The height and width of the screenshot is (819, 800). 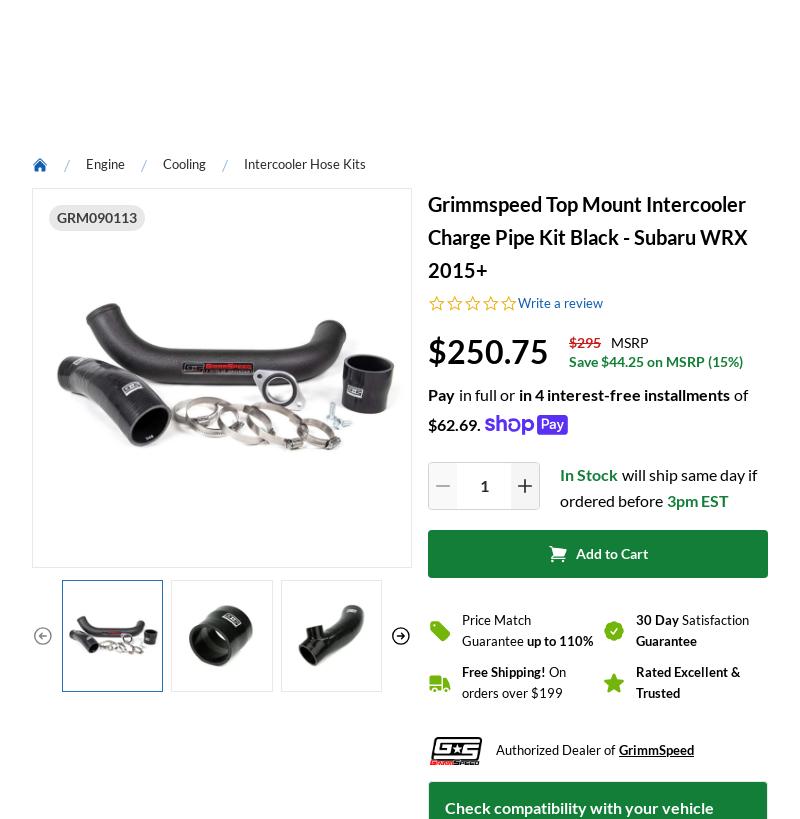 What do you see at coordinates (86, 265) in the screenshot?
I see `'COBB Tuning AccessPORT V3 USB Cable...'` at bounding box center [86, 265].